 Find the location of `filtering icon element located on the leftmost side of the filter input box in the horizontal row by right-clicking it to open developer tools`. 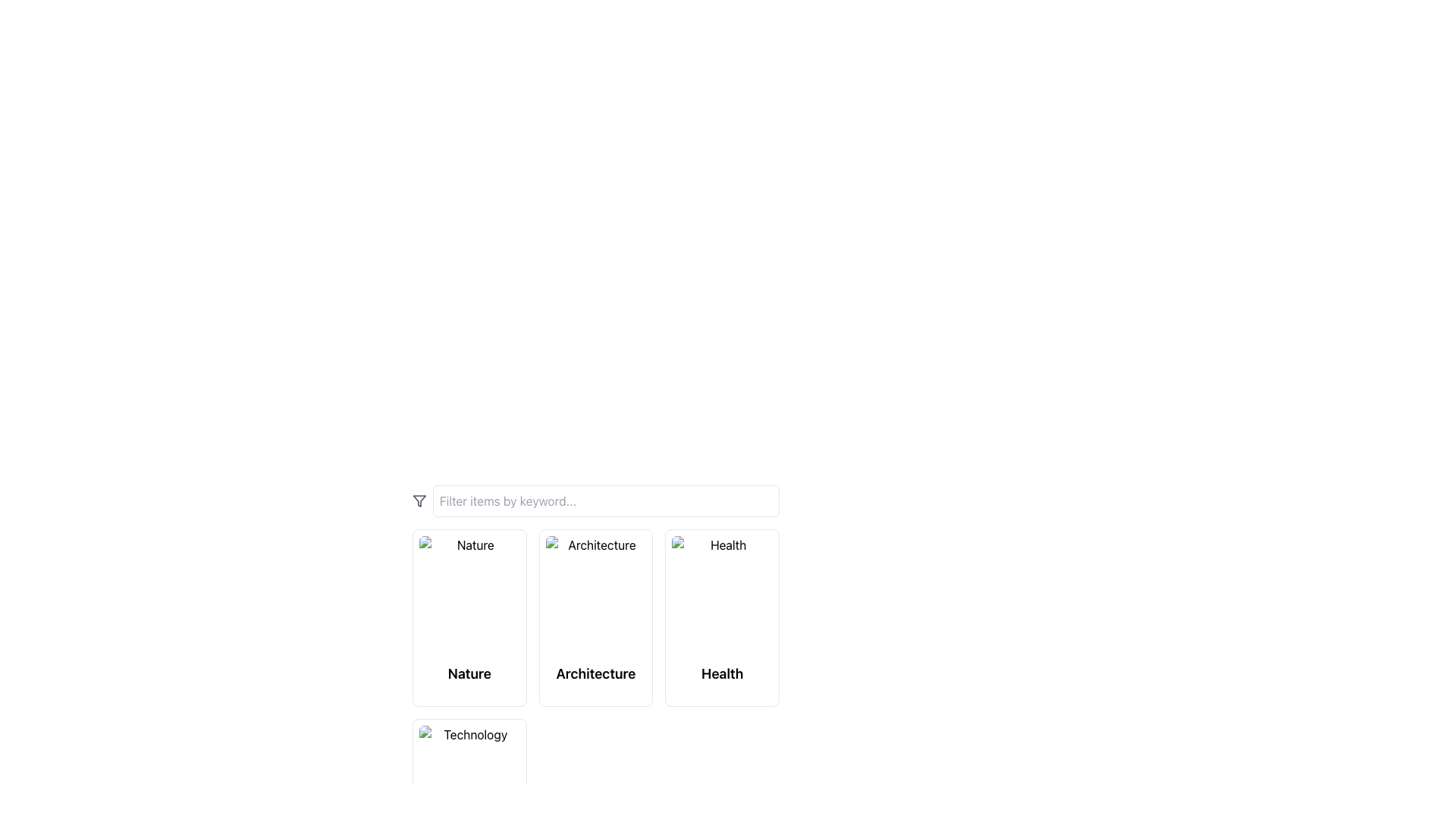

filtering icon element located on the leftmost side of the filter input box in the horizontal row by right-clicking it to open developer tools is located at coordinates (419, 500).